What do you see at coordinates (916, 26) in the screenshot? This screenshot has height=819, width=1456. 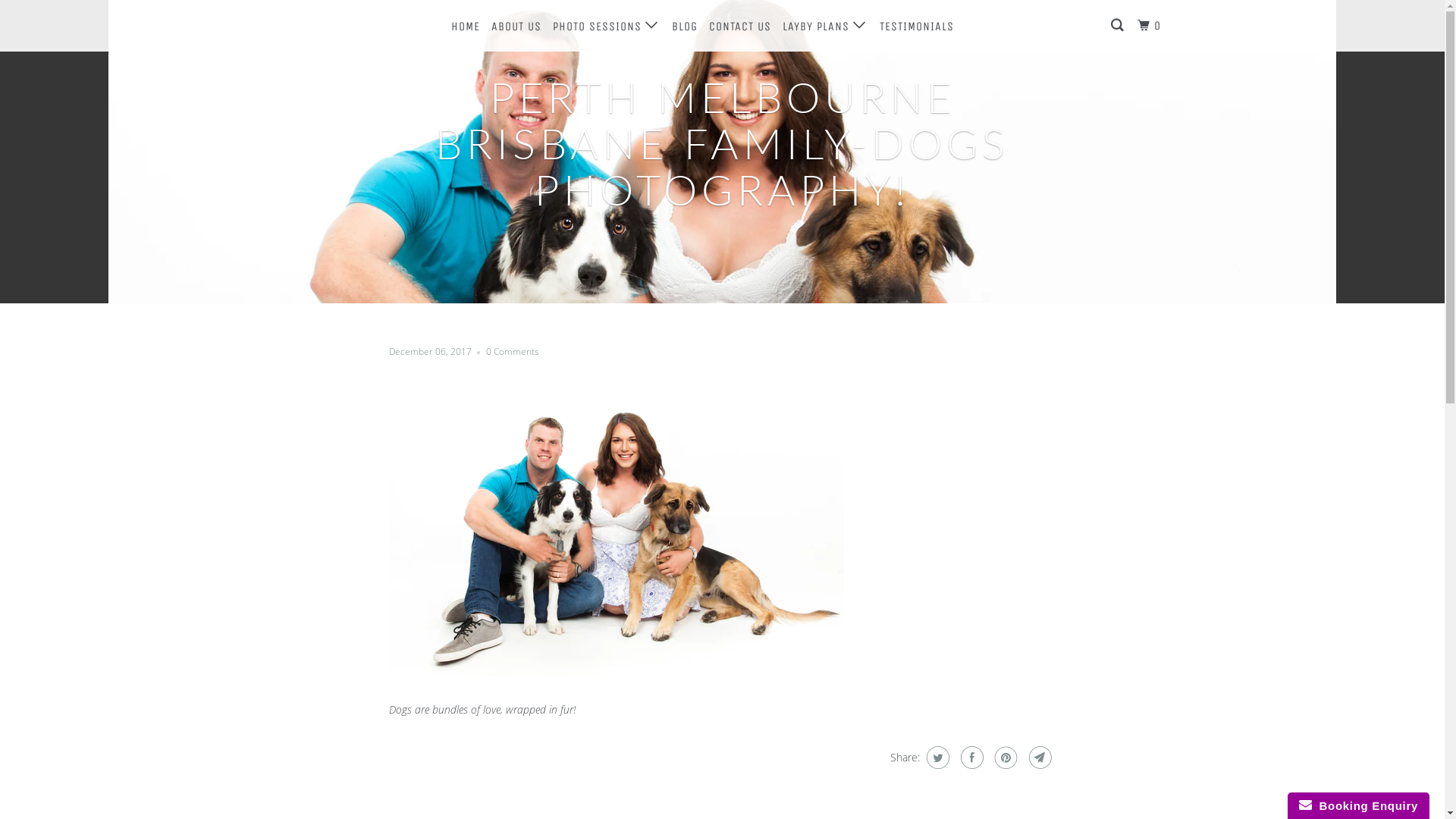 I see `'TESTIMONIALS'` at bounding box center [916, 26].